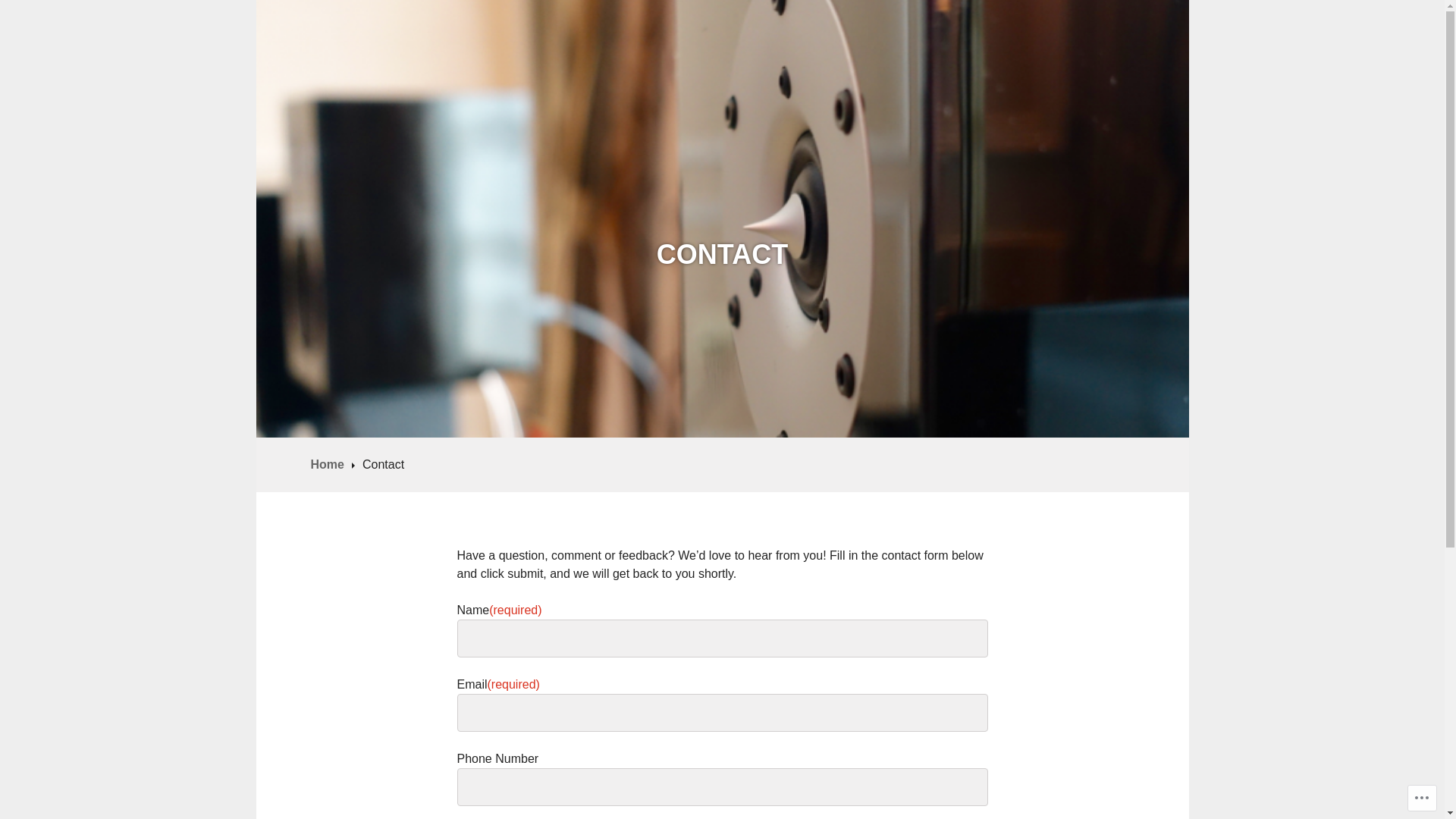  I want to click on 'Home', so click(331, 463).